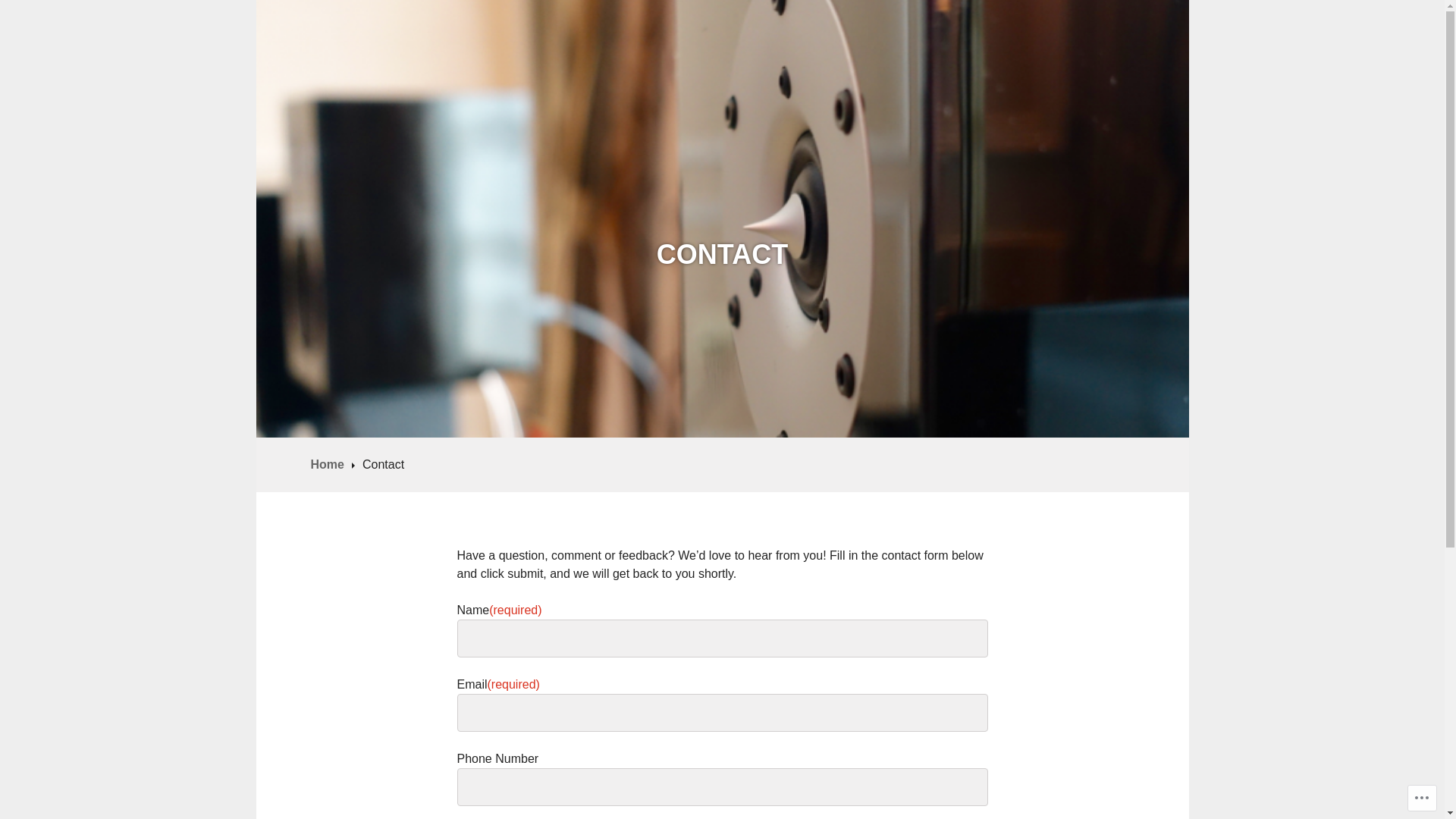  I want to click on 'Home', so click(331, 463).